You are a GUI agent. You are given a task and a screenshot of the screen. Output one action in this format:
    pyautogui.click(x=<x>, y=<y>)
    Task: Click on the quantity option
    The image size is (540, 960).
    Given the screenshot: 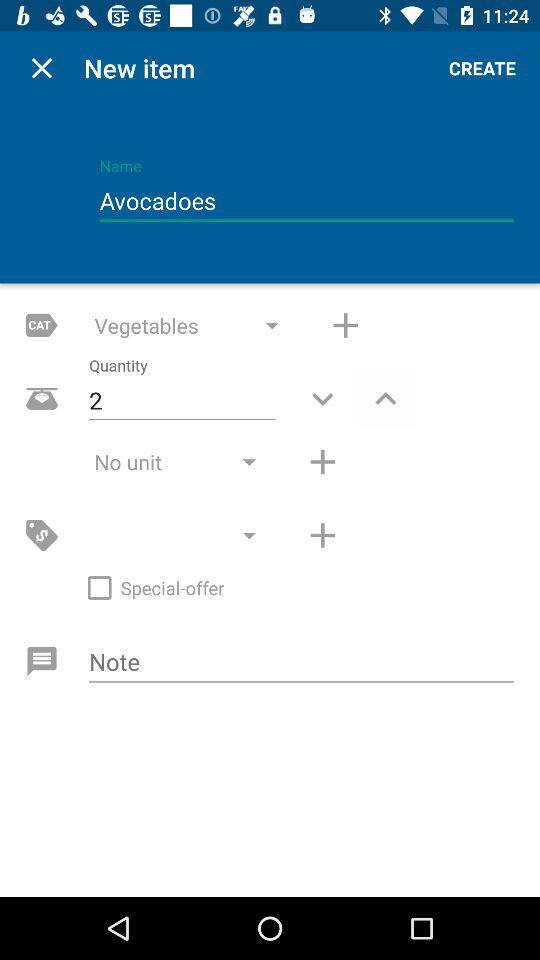 What is the action you would take?
    pyautogui.click(x=385, y=397)
    